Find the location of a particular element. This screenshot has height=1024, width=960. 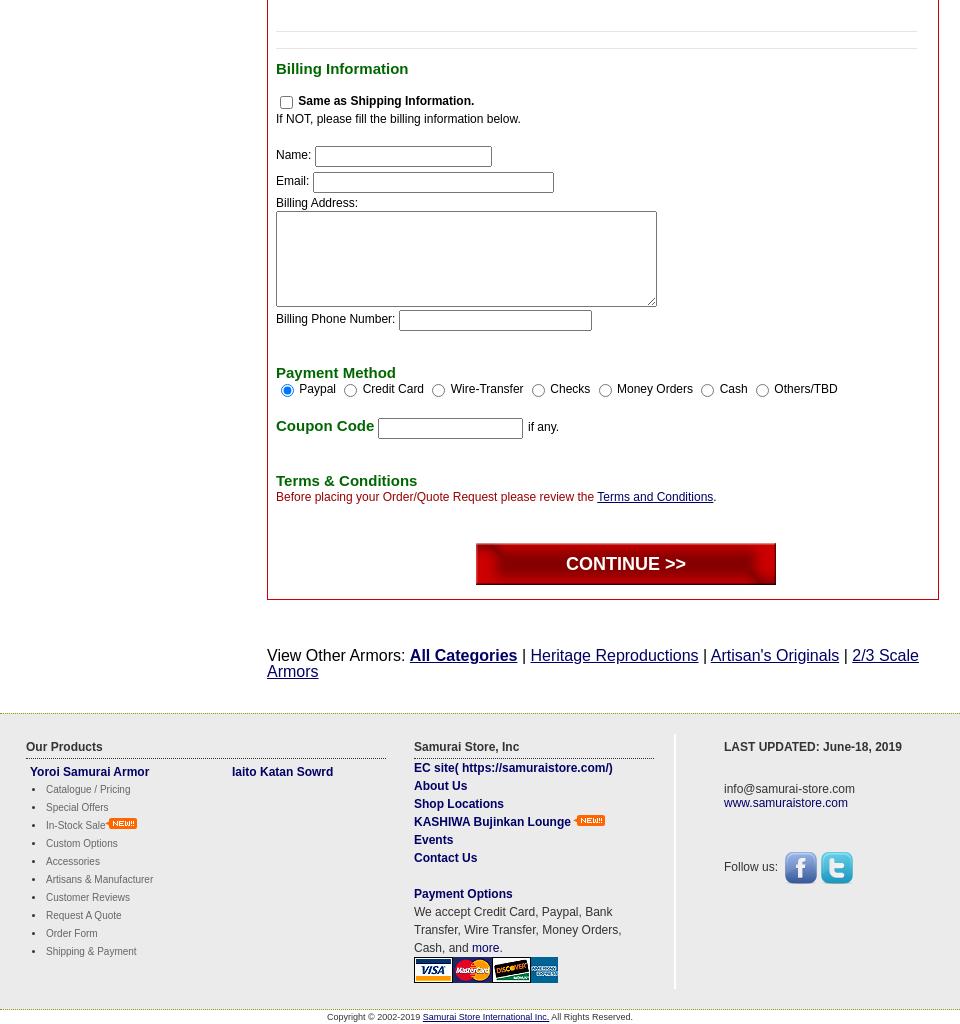

'About Us' is located at coordinates (440, 784).